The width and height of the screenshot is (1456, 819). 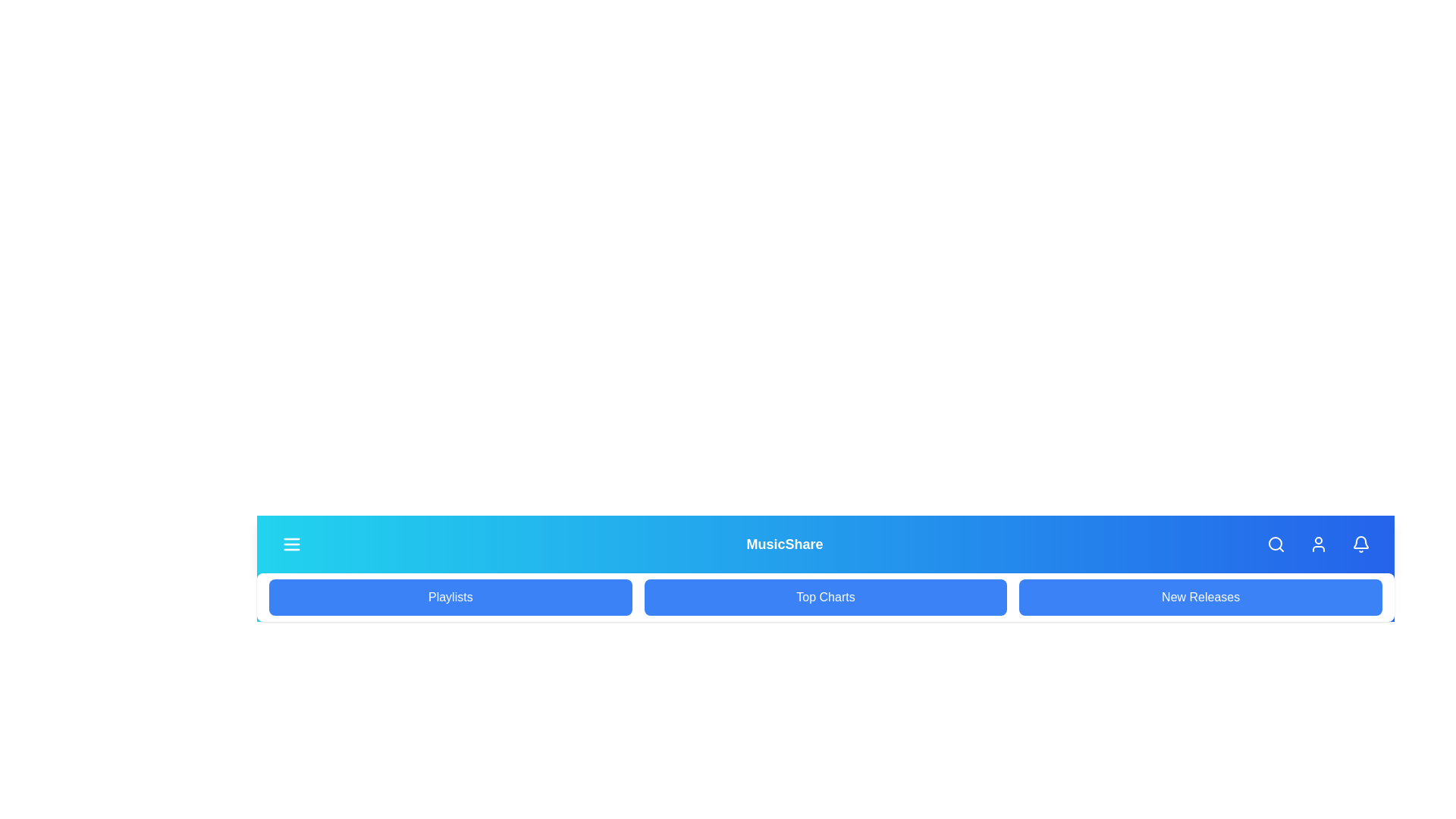 I want to click on the menu item New Releases to select it, so click(x=1200, y=596).